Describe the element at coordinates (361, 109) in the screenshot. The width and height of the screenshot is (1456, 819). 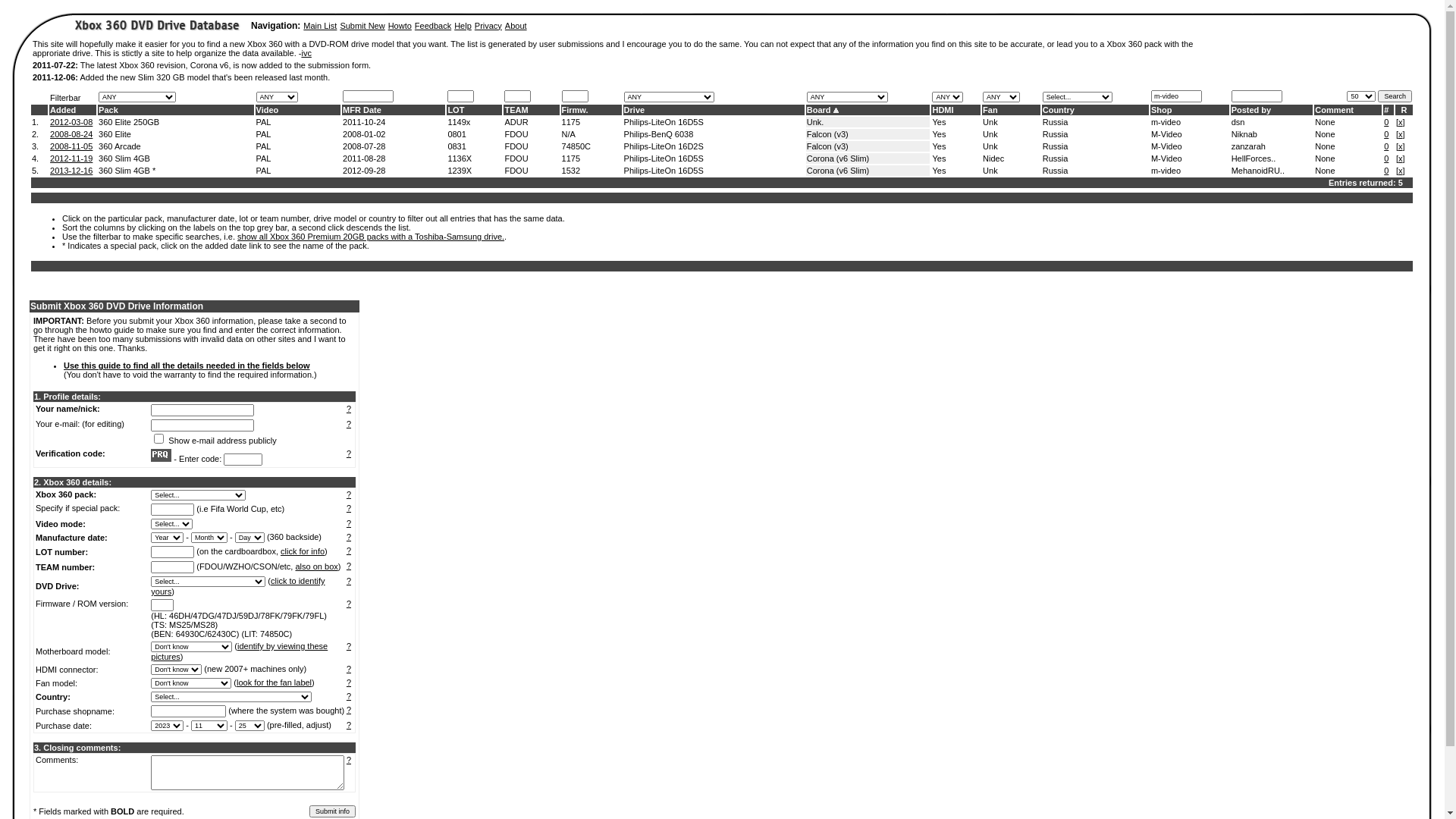
I see `'MFR Date'` at that location.